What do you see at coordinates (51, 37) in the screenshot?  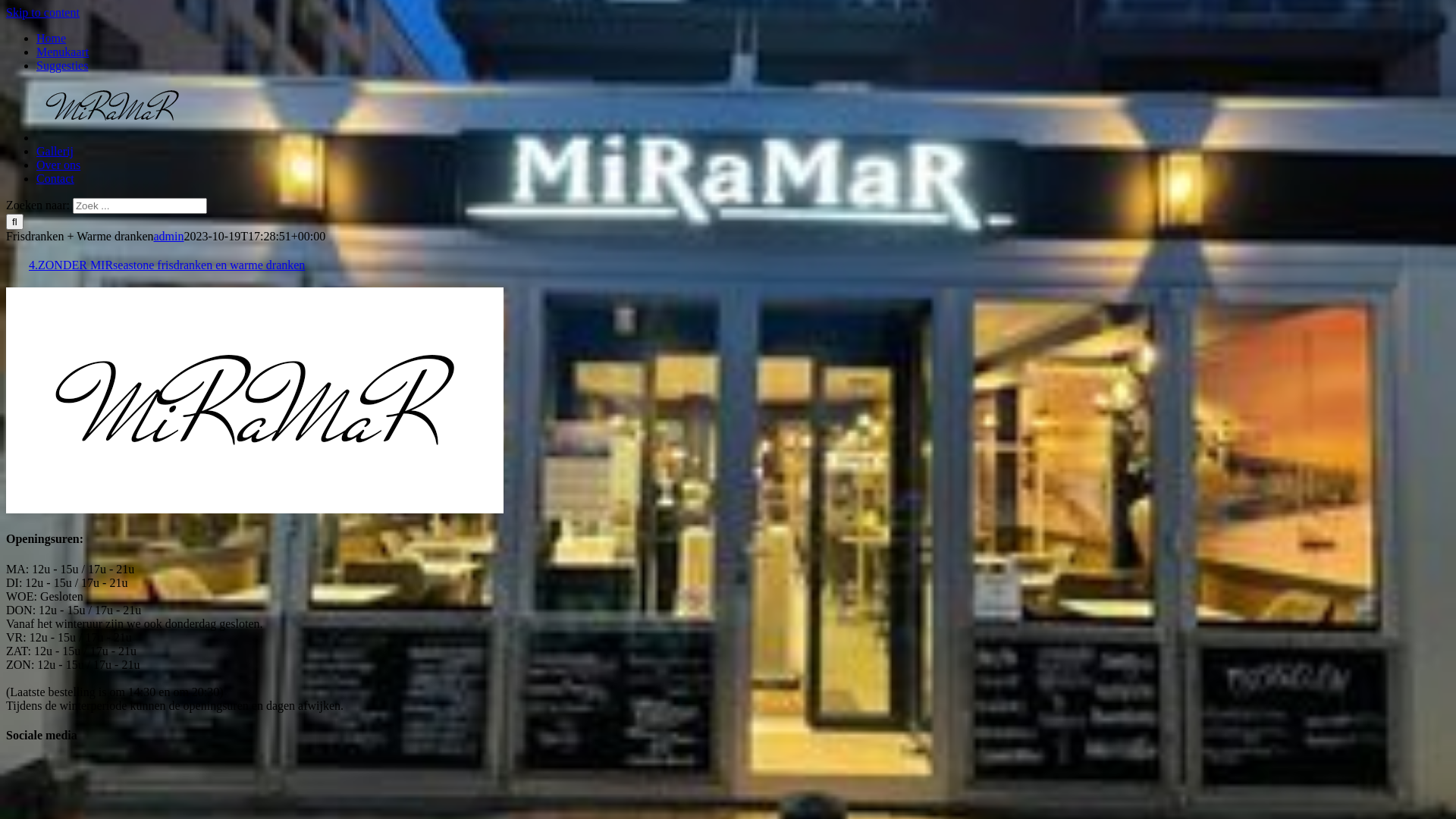 I see `'Home'` at bounding box center [51, 37].